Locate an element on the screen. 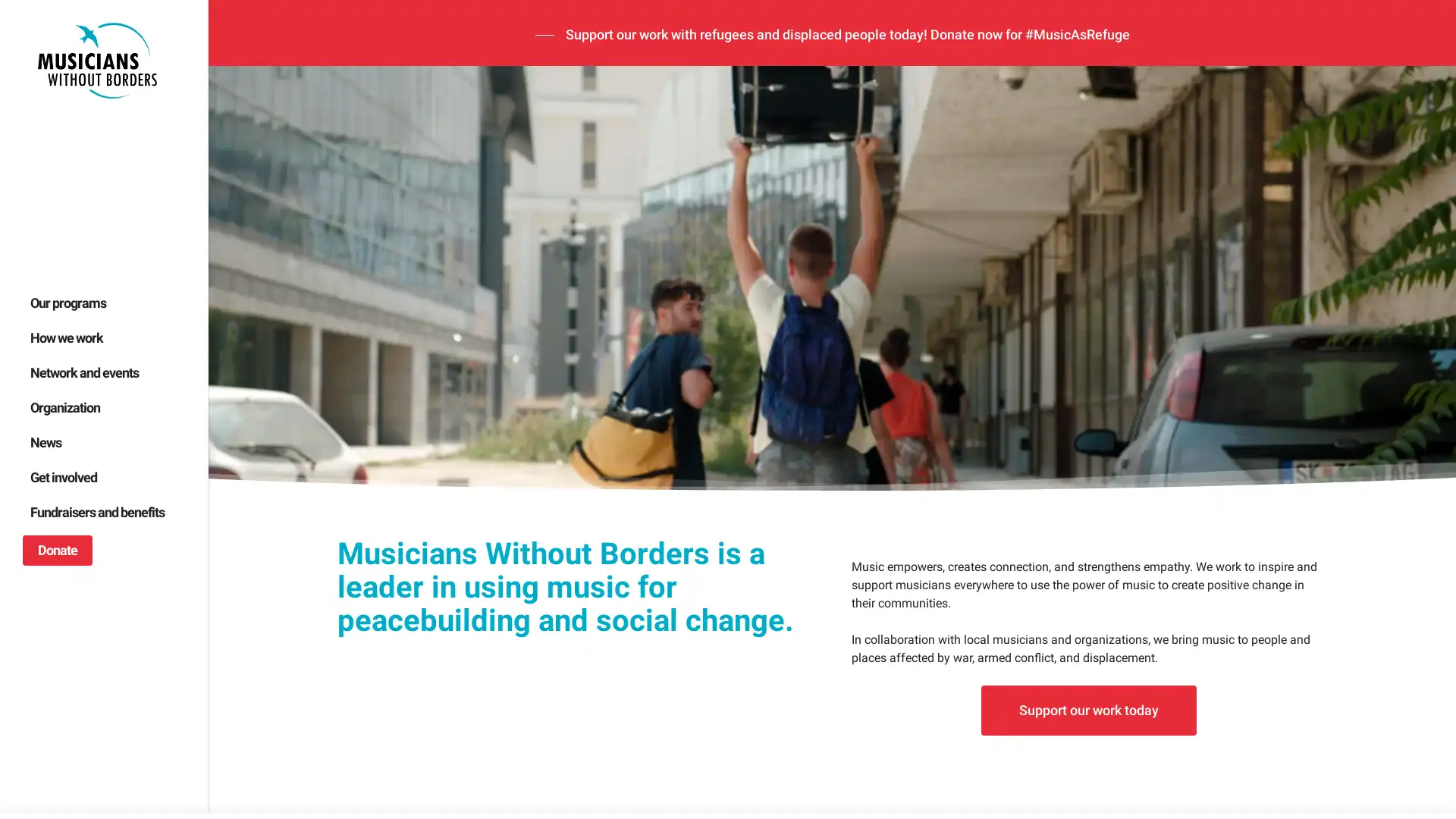  show more media controls is located at coordinates (1419, 601).